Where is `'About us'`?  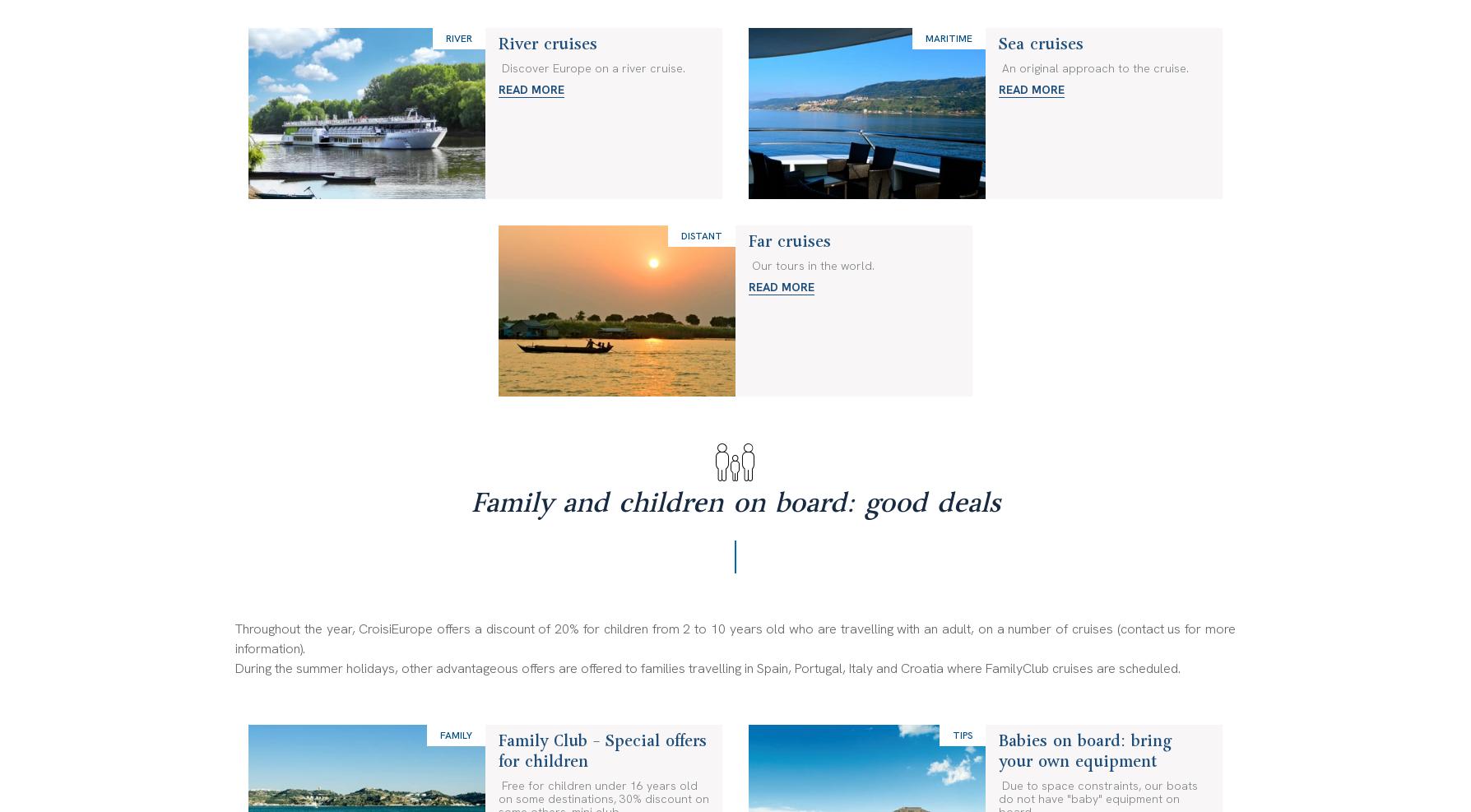
'About us' is located at coordinates (258, 55).